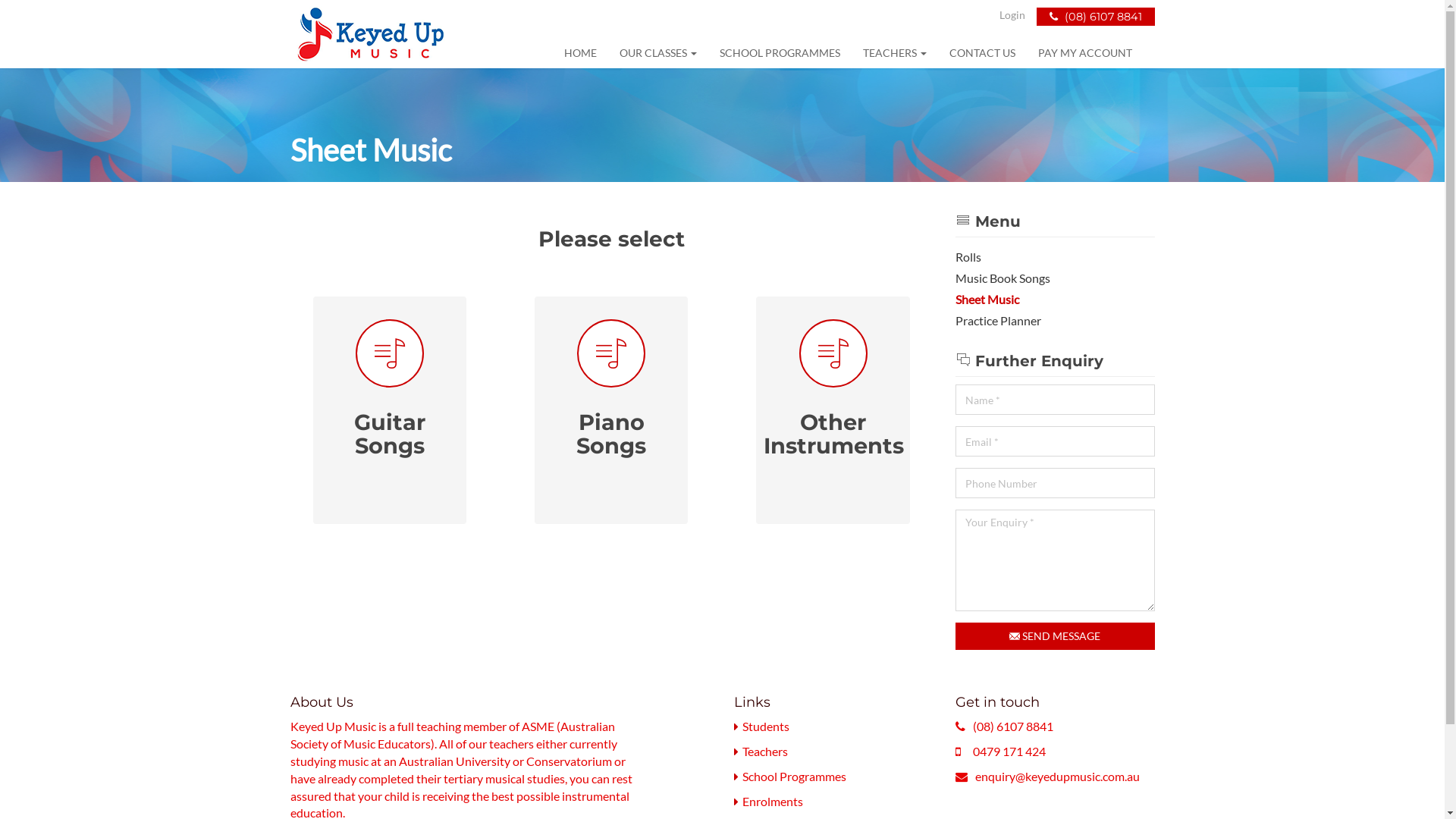 The height and width of the screenshot is (819, 1456). I want to click on 'Other, so click(832, 388).